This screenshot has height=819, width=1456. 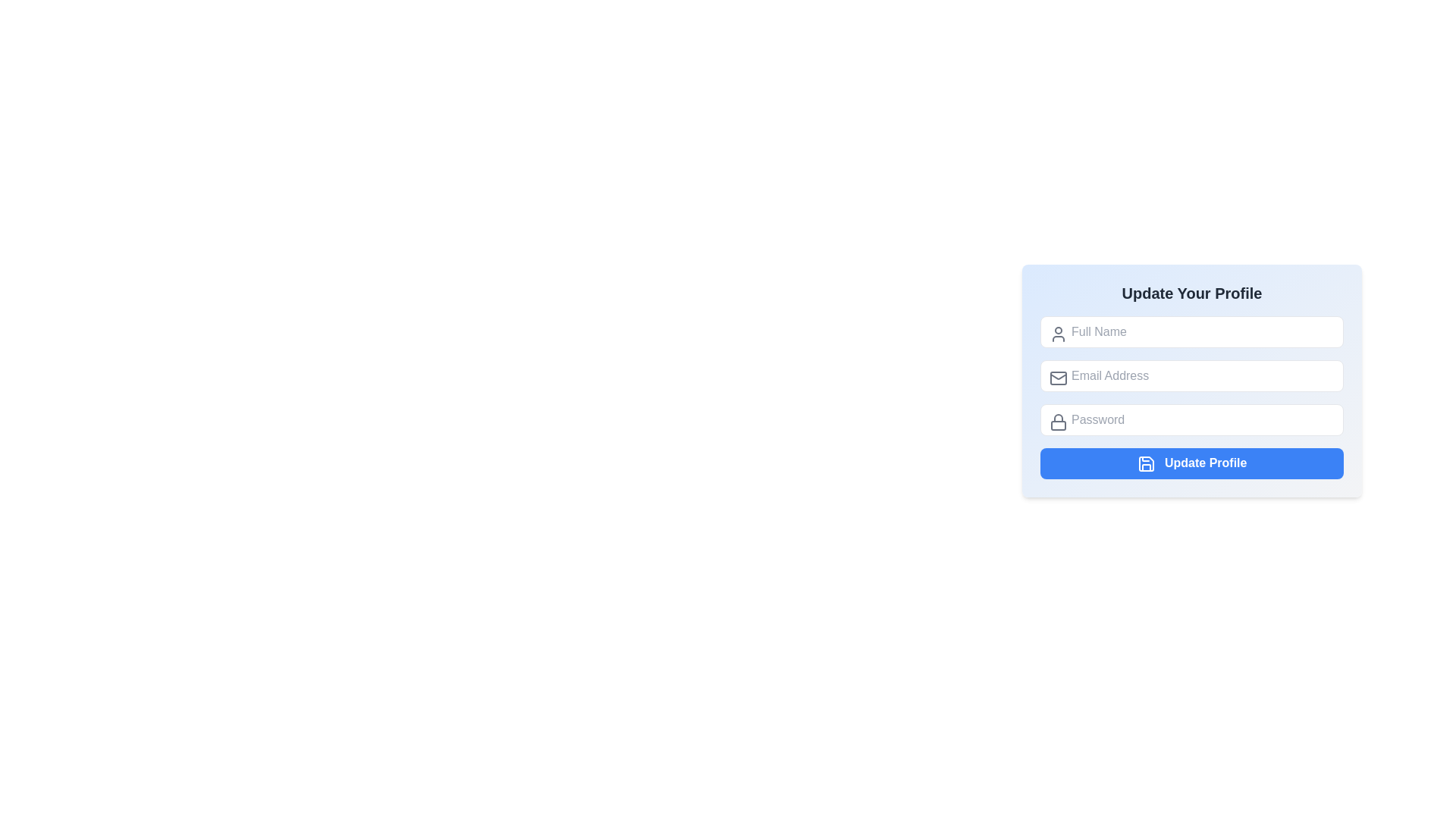 What do you see at coordinates (1146, 463) in the screenshot?
I see `the 'Update Profile' button which contains the floppy disk icon on its left side` at bounding box center [1146, 463].